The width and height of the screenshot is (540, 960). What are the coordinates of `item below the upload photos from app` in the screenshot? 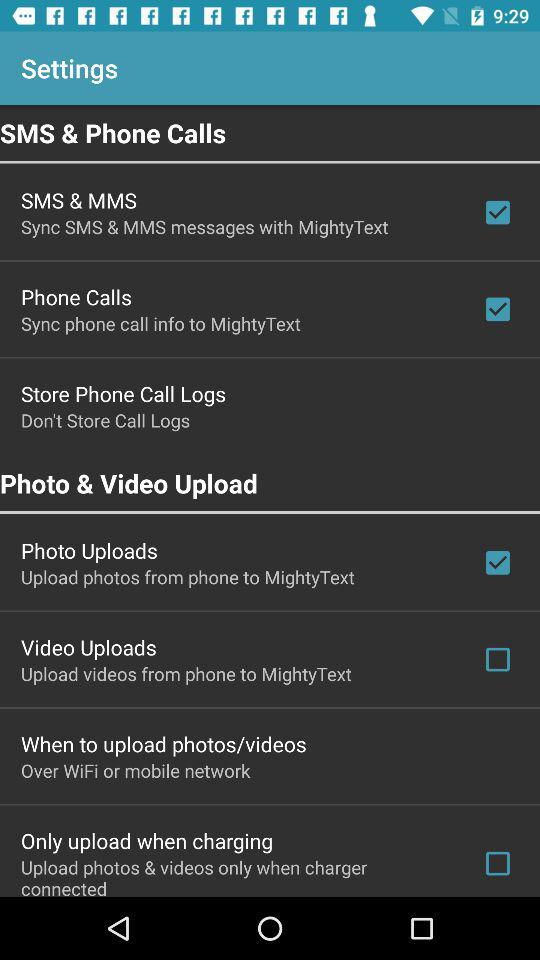 It's located at (87, 646).